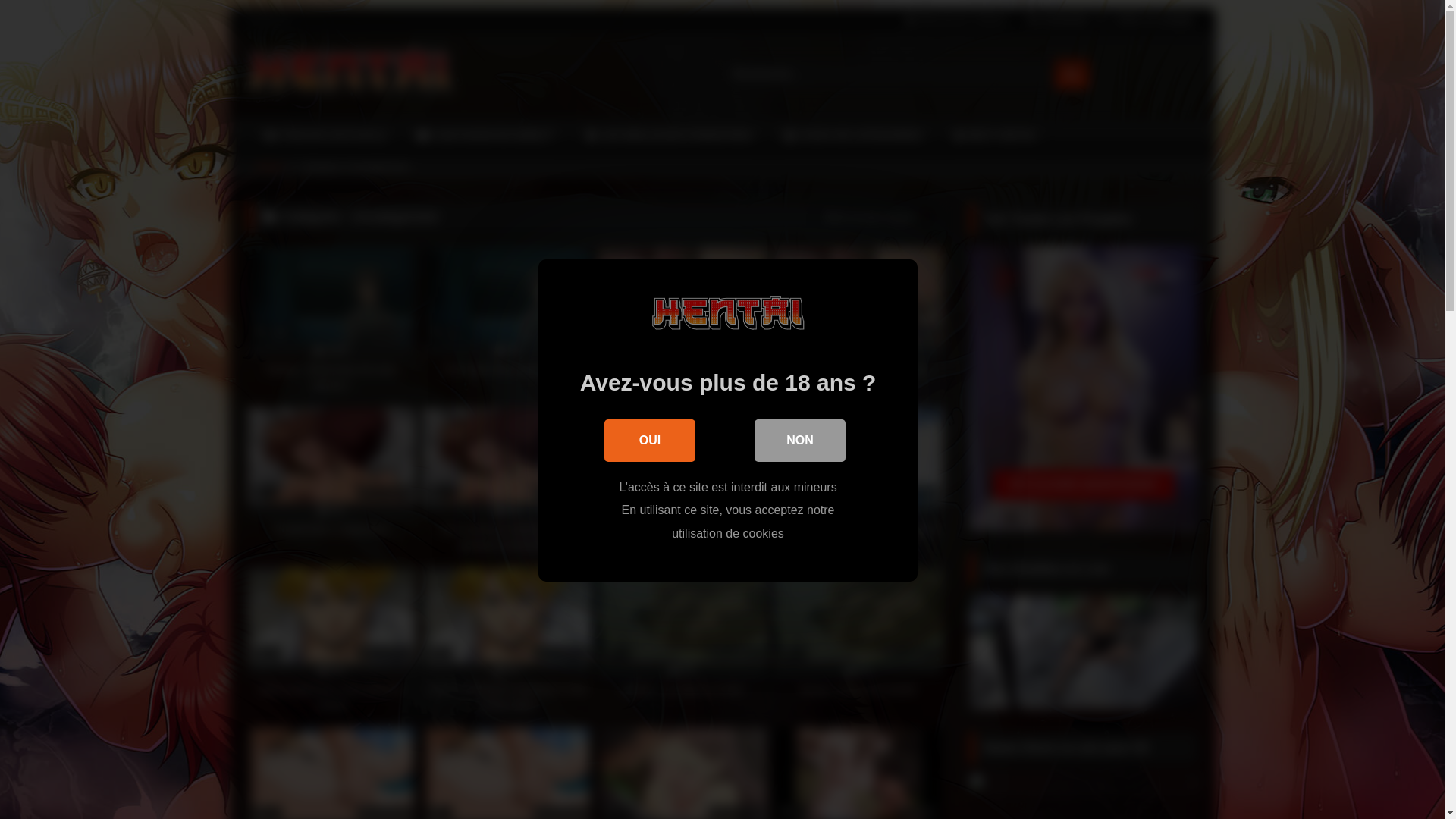  Describe the element at coordinates (269, 166) in the screenshot. I see `'Home'` at that location.